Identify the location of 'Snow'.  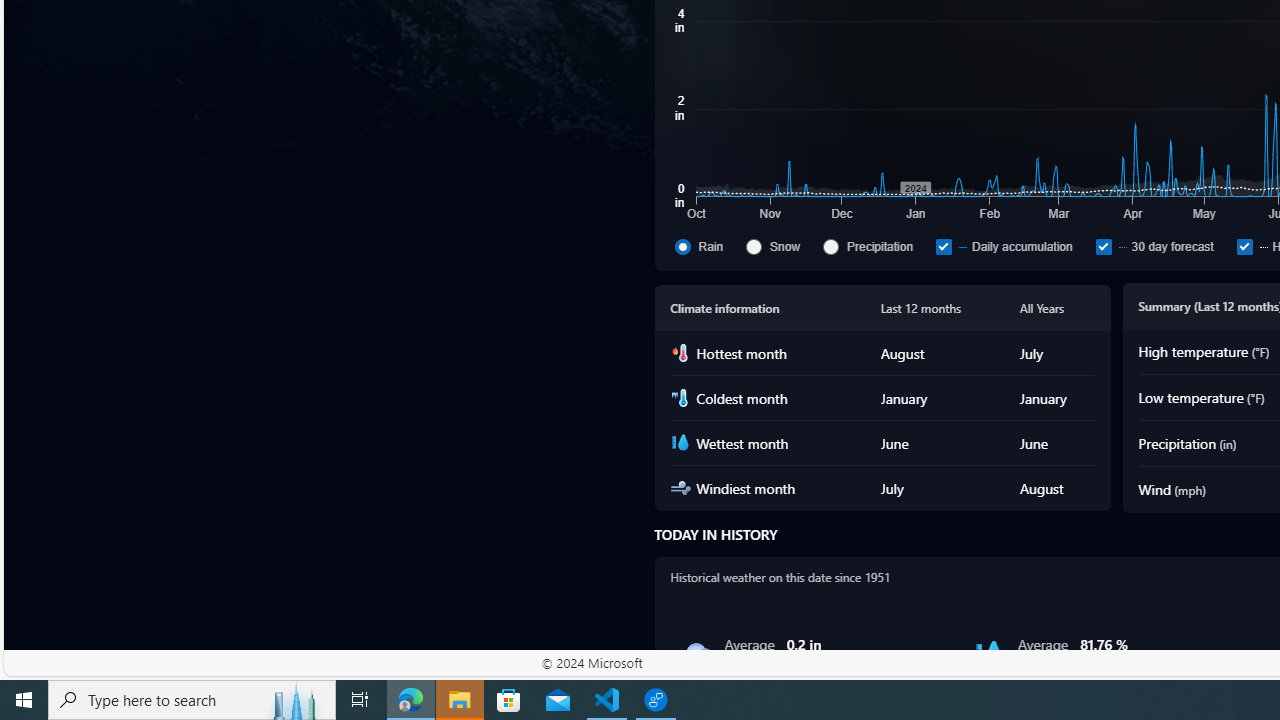
(780, 245).